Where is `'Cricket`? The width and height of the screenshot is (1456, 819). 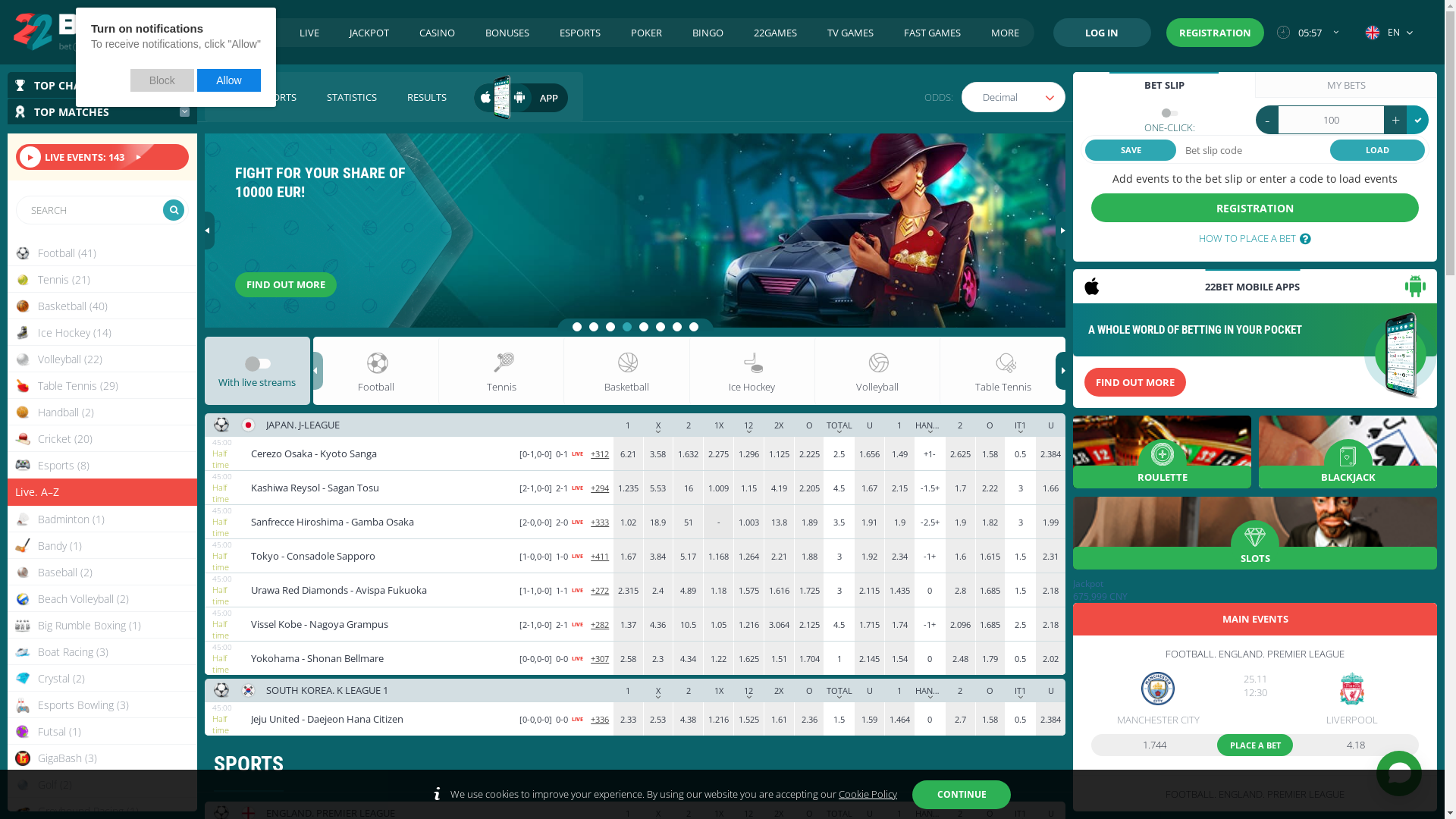 'Cricket is located at coordinates (101, 438).